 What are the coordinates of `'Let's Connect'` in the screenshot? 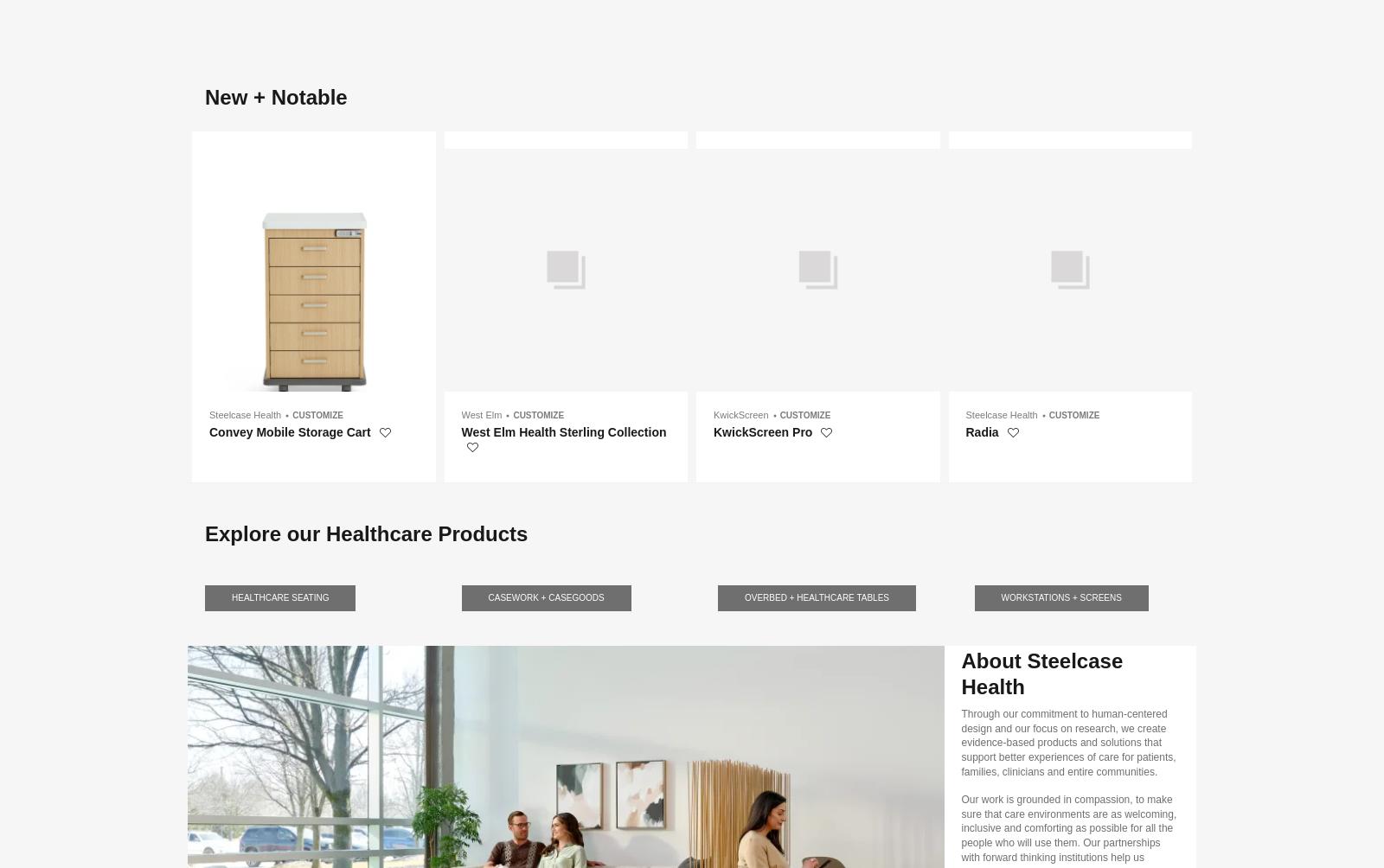 It's located at (272, 131).